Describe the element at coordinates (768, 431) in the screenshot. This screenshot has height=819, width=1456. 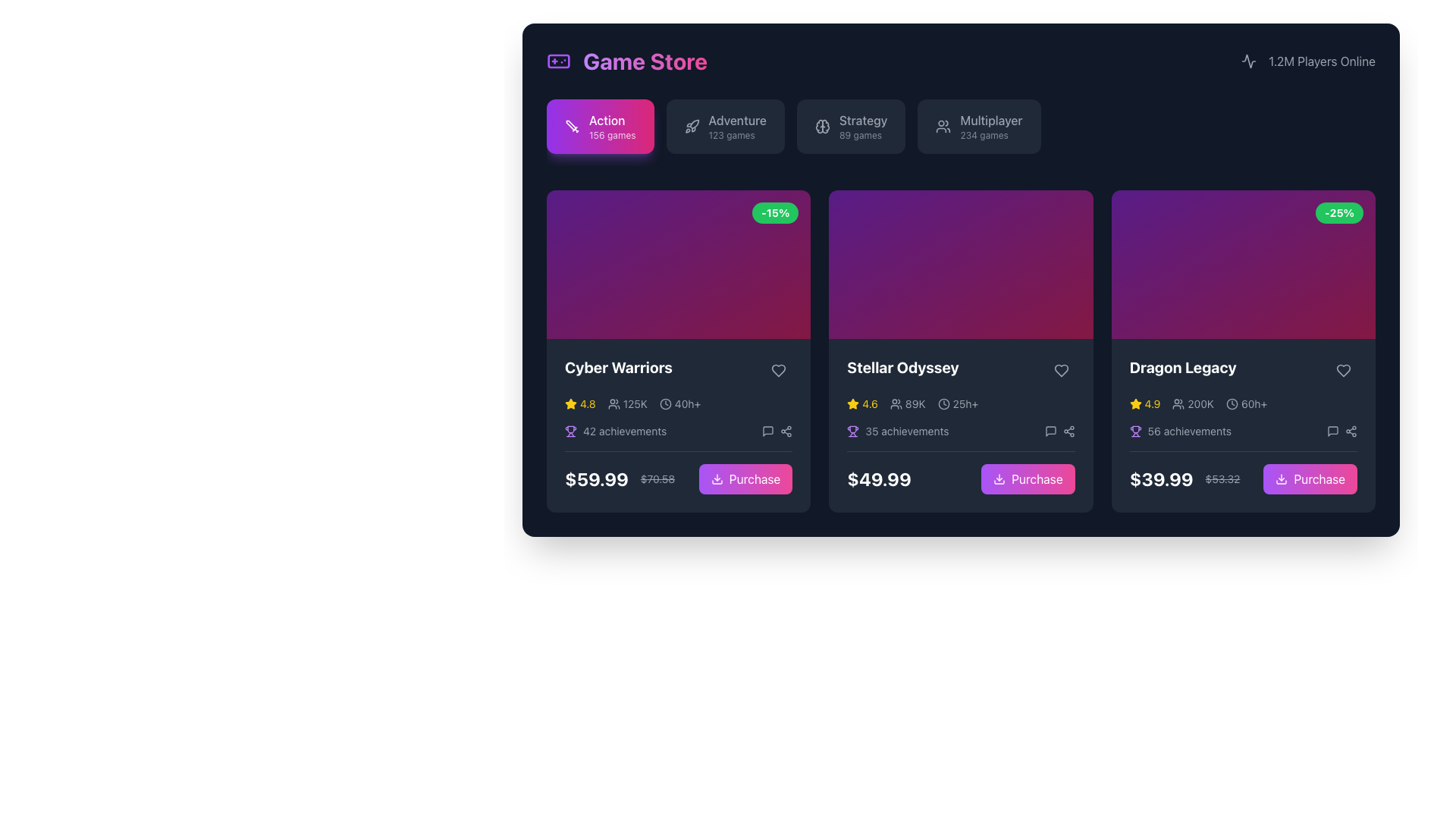
I see `the comment icon in the bottom-right segment of the 'Cyber Warriors' game card` at that location.